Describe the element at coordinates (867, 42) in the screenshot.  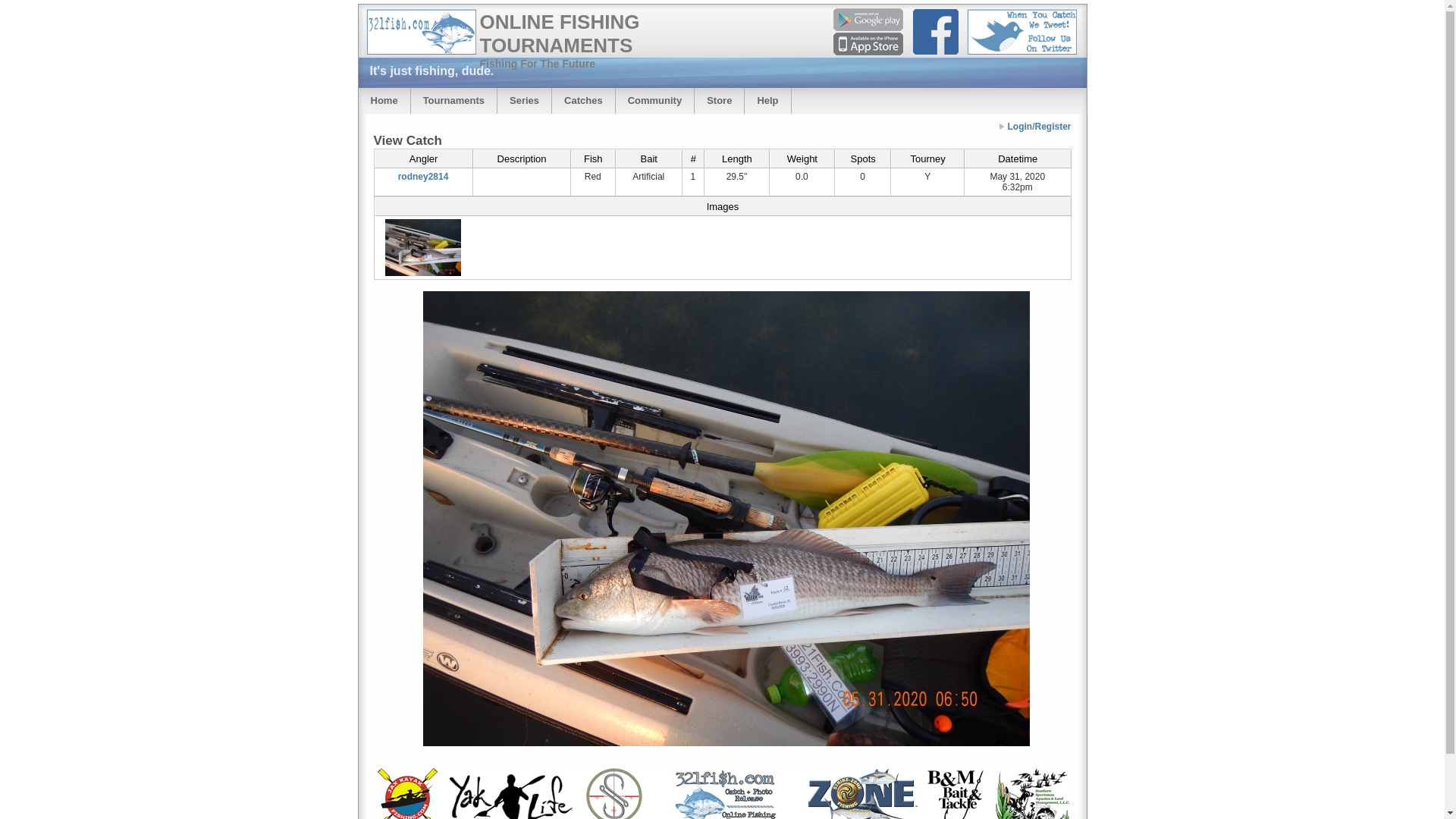
I see `'App at Apple AppStore'` at that location.